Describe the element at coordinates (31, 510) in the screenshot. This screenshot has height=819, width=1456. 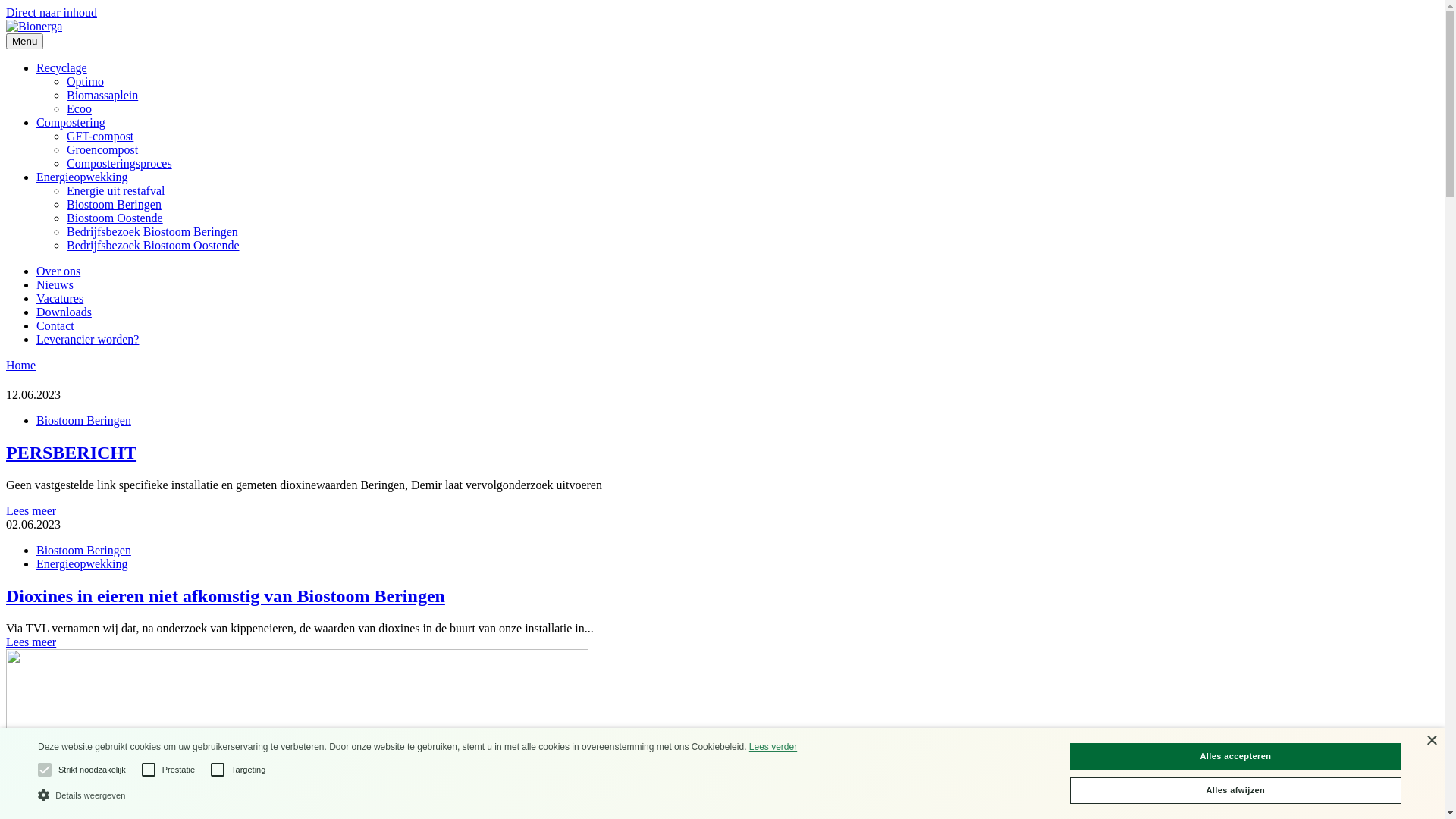
I see `'Lees meer'` at that location.